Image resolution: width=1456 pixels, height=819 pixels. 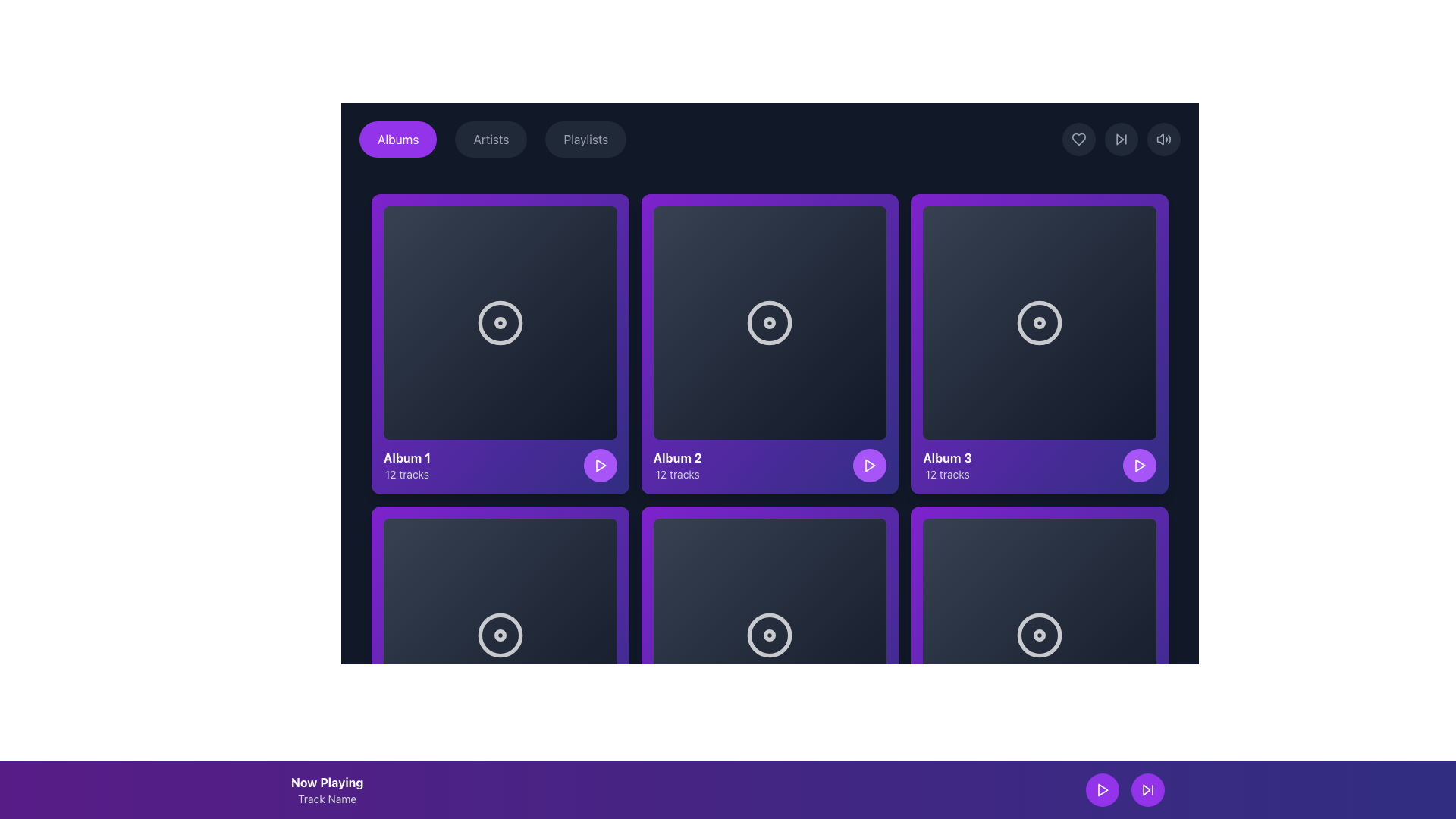 I want to click on the small circle icon located at the center of the sixth card in the grid layout, which is part of the second row and third column, so click(x=770, y=635).